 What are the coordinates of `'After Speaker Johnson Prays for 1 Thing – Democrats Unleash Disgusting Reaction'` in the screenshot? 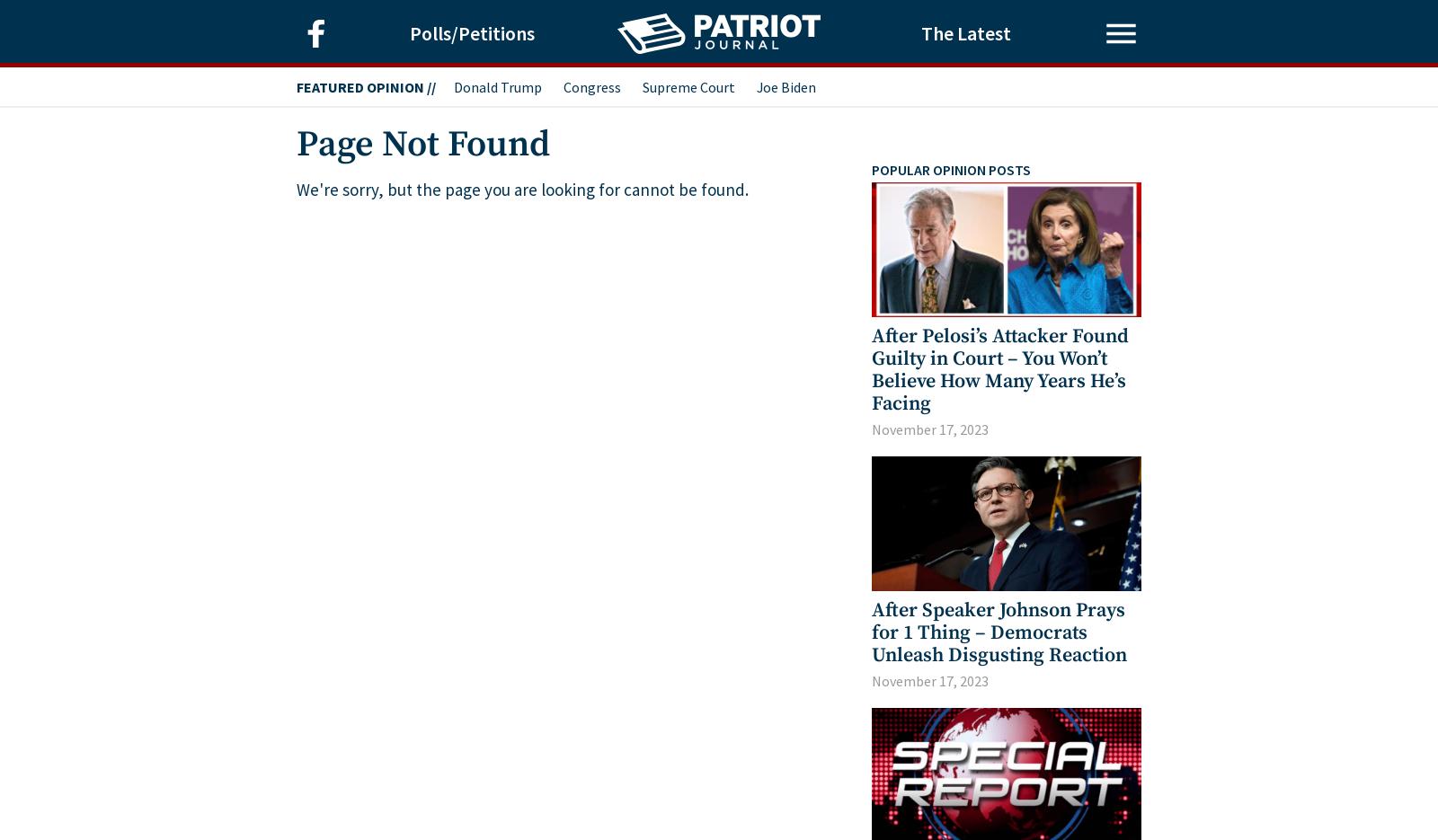 It's located at (999, 631).